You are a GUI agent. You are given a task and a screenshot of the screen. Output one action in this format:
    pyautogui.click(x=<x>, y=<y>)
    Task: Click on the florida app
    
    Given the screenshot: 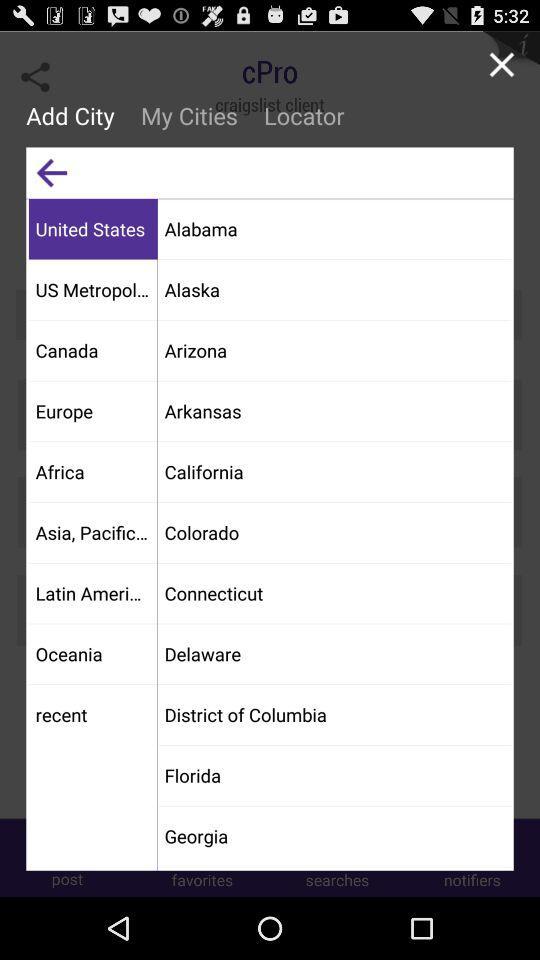 What is the action you would take?
    pyautogui.click(x=334, y=774)
    